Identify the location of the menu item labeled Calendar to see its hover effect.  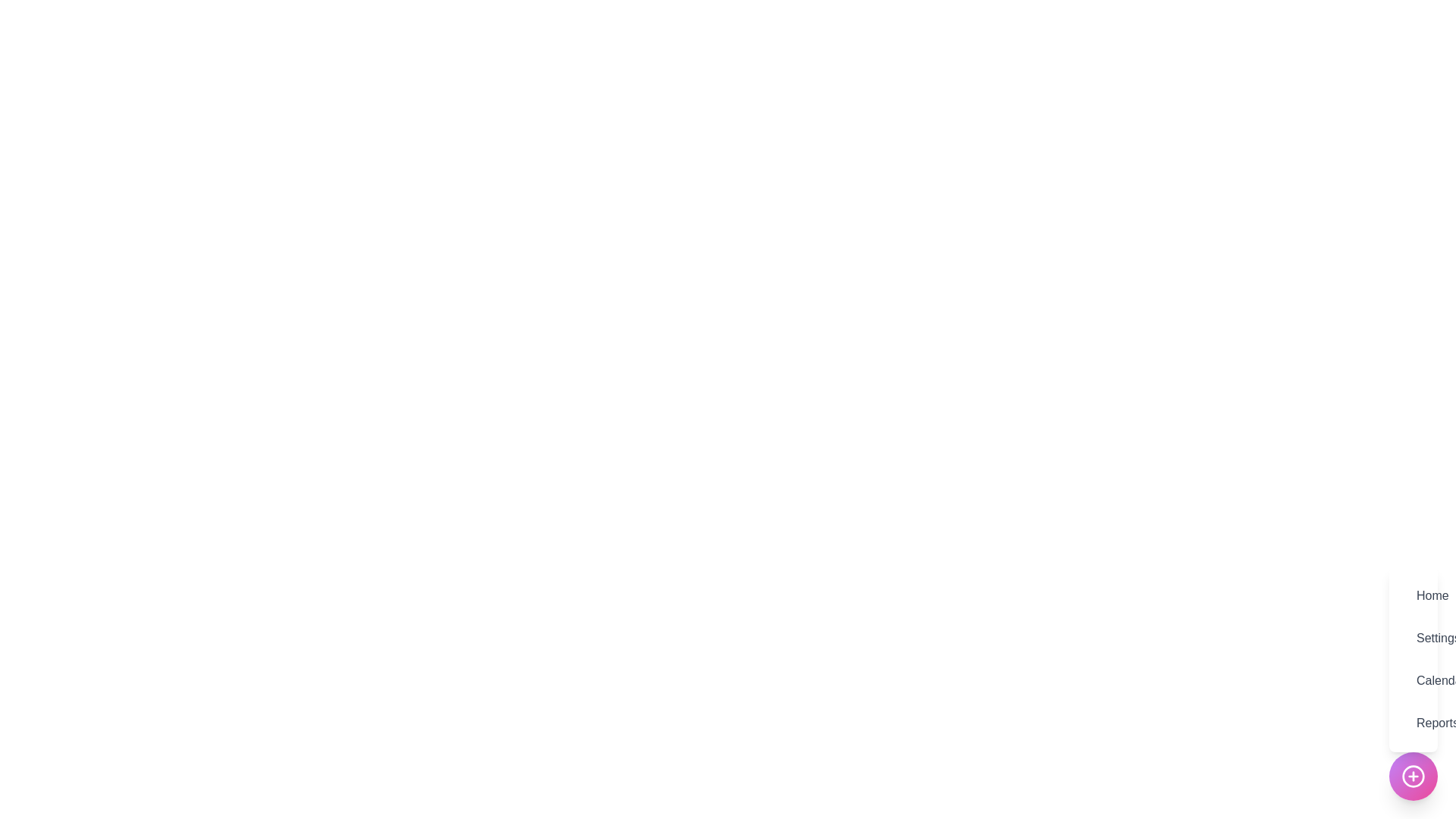
(1412, 680).